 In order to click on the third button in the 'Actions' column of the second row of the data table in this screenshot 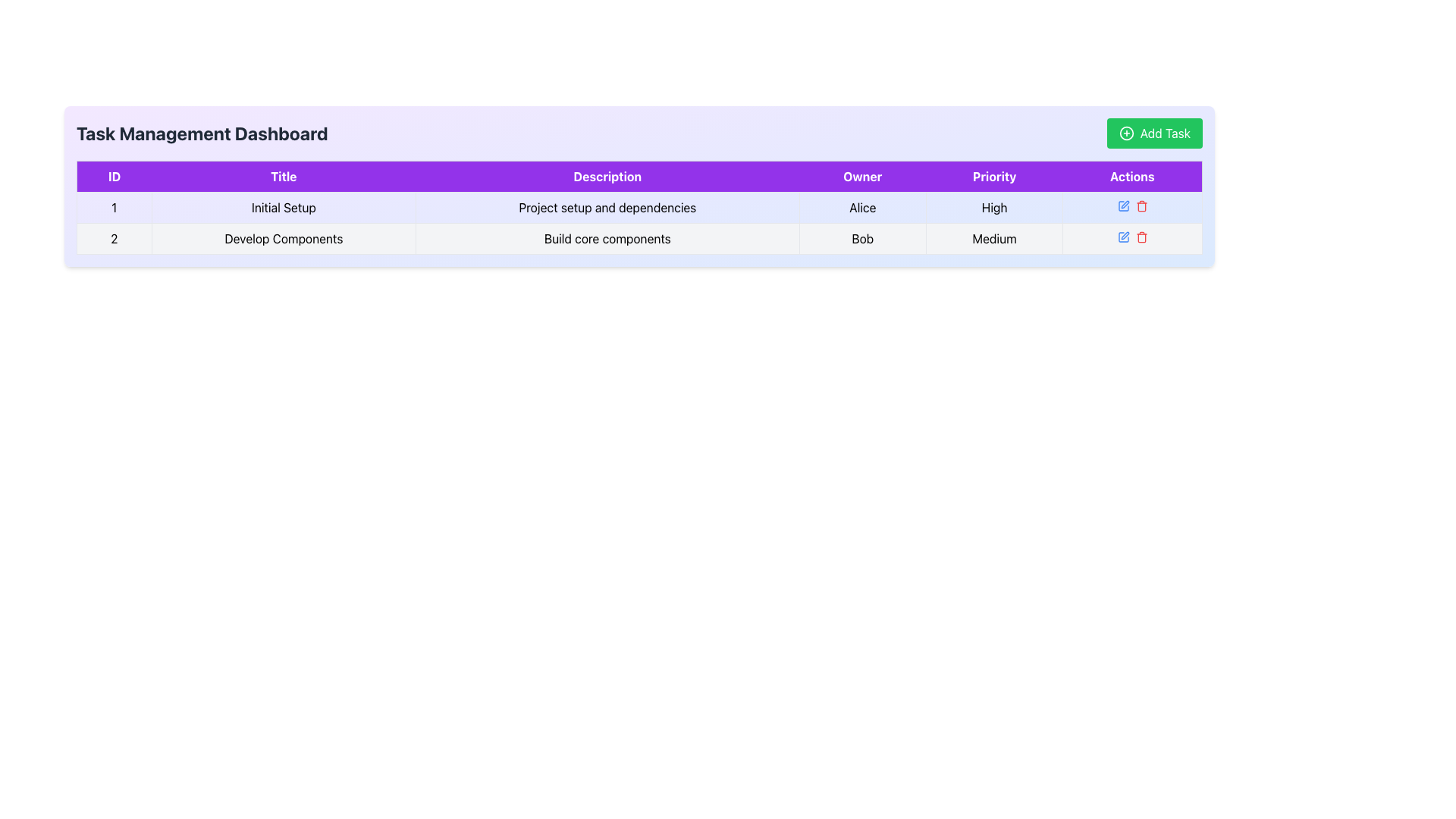, I will do `click(1141, 237)`.